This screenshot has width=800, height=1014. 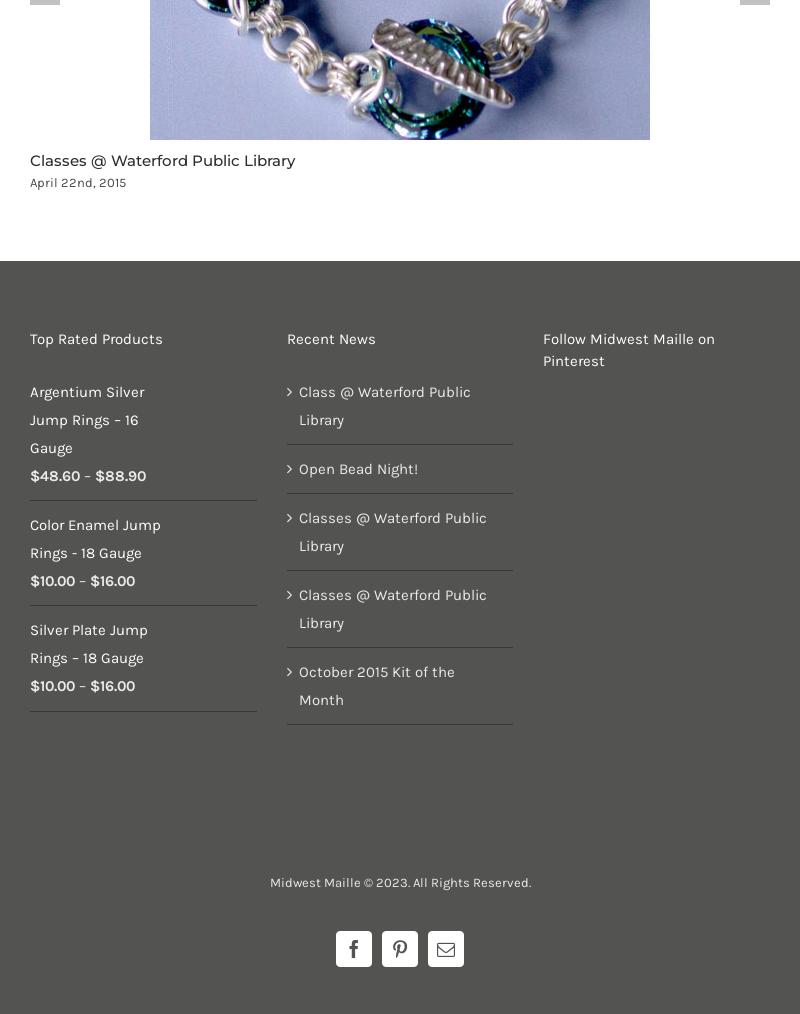 What do you see at coordinates (629, 348) in the screenshot?
I see `'Follow Midwest Maille on Pinterest'` at bounding box center [629, 348].